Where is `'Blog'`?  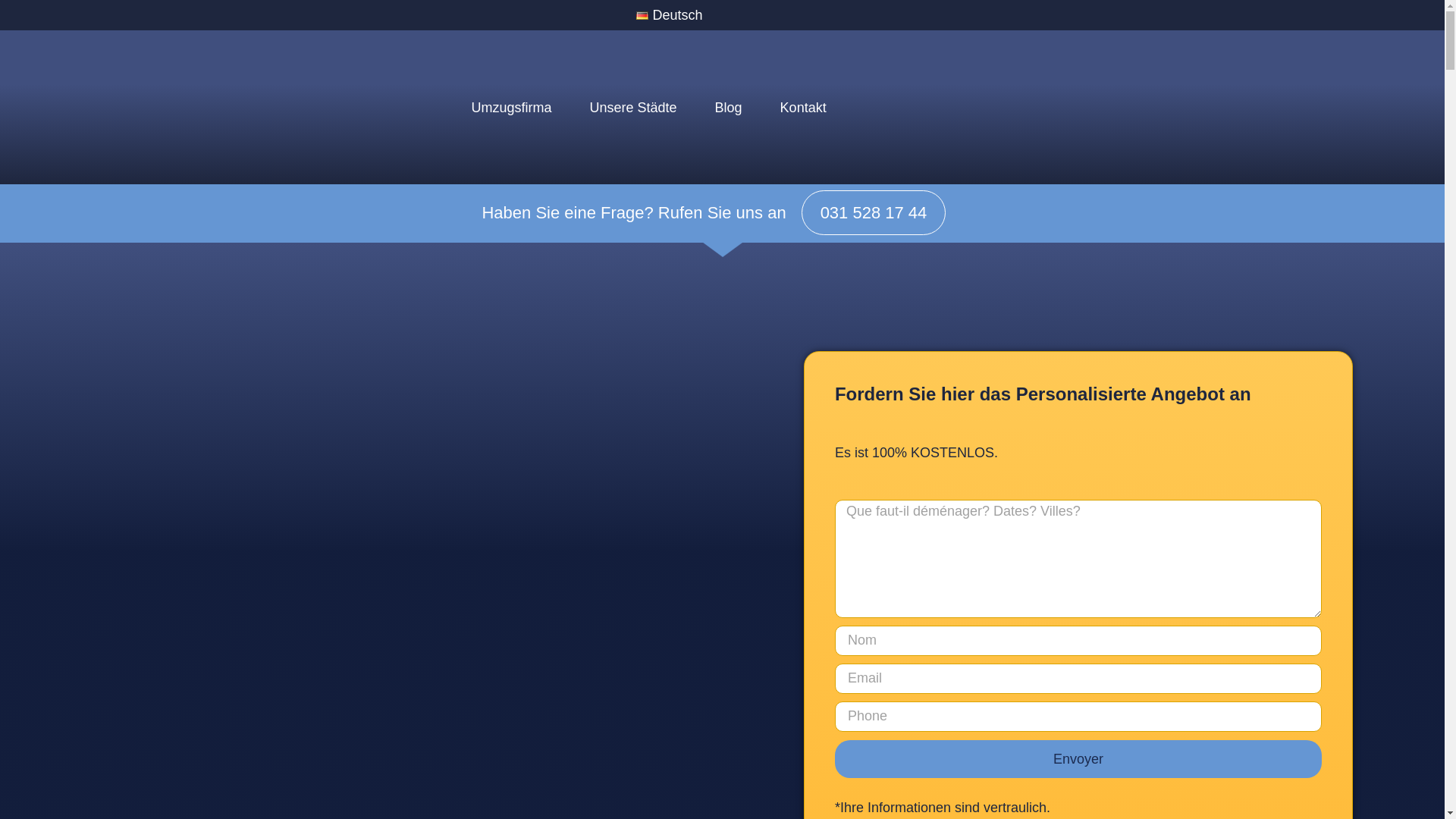
'Blog' is located at coordinates (728, 107).